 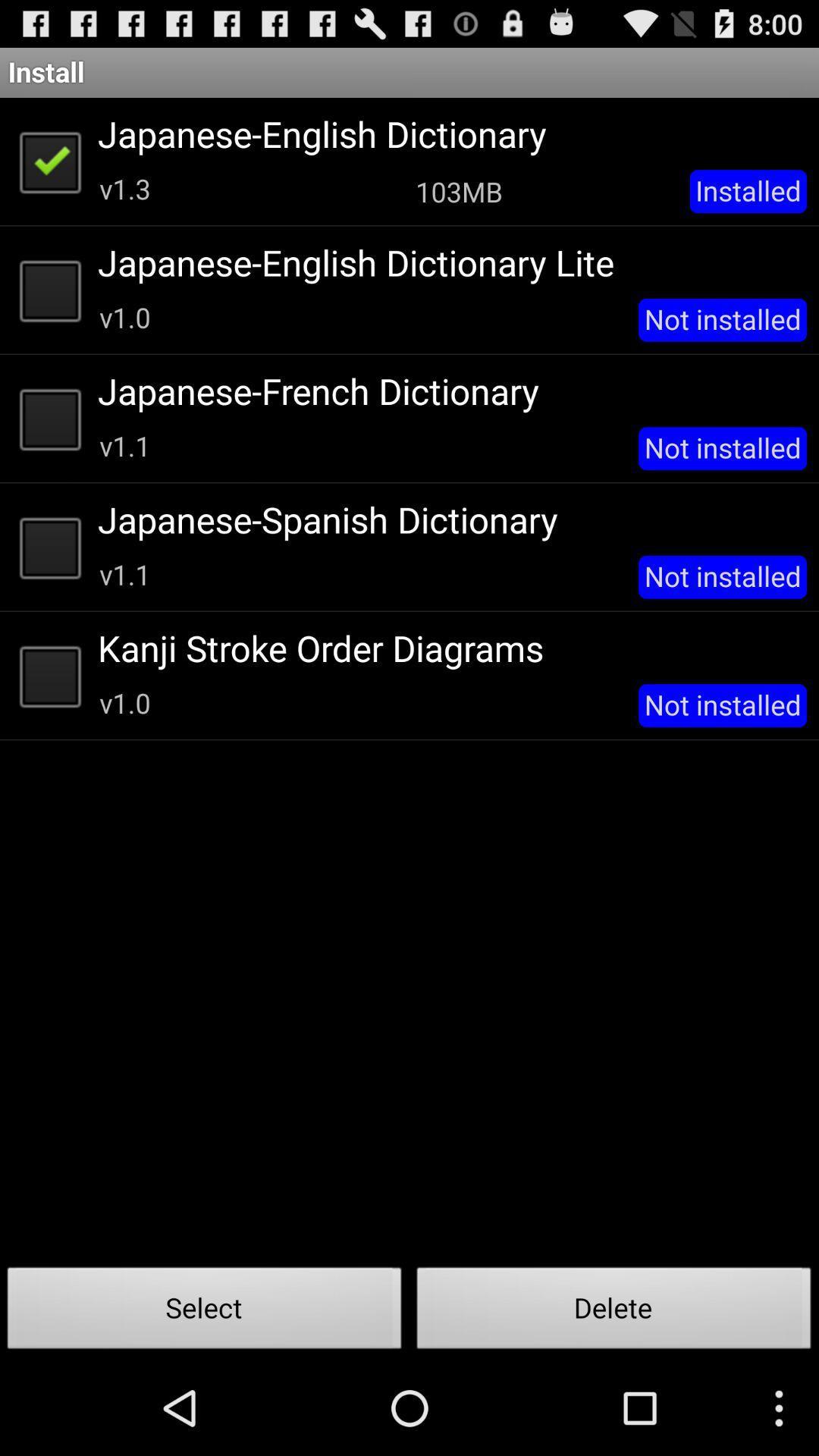 What do you see at coordinates (458, 190) in the screenshot?
I see `the app to the right of v1.3 app` at bounding box center [458, 190].